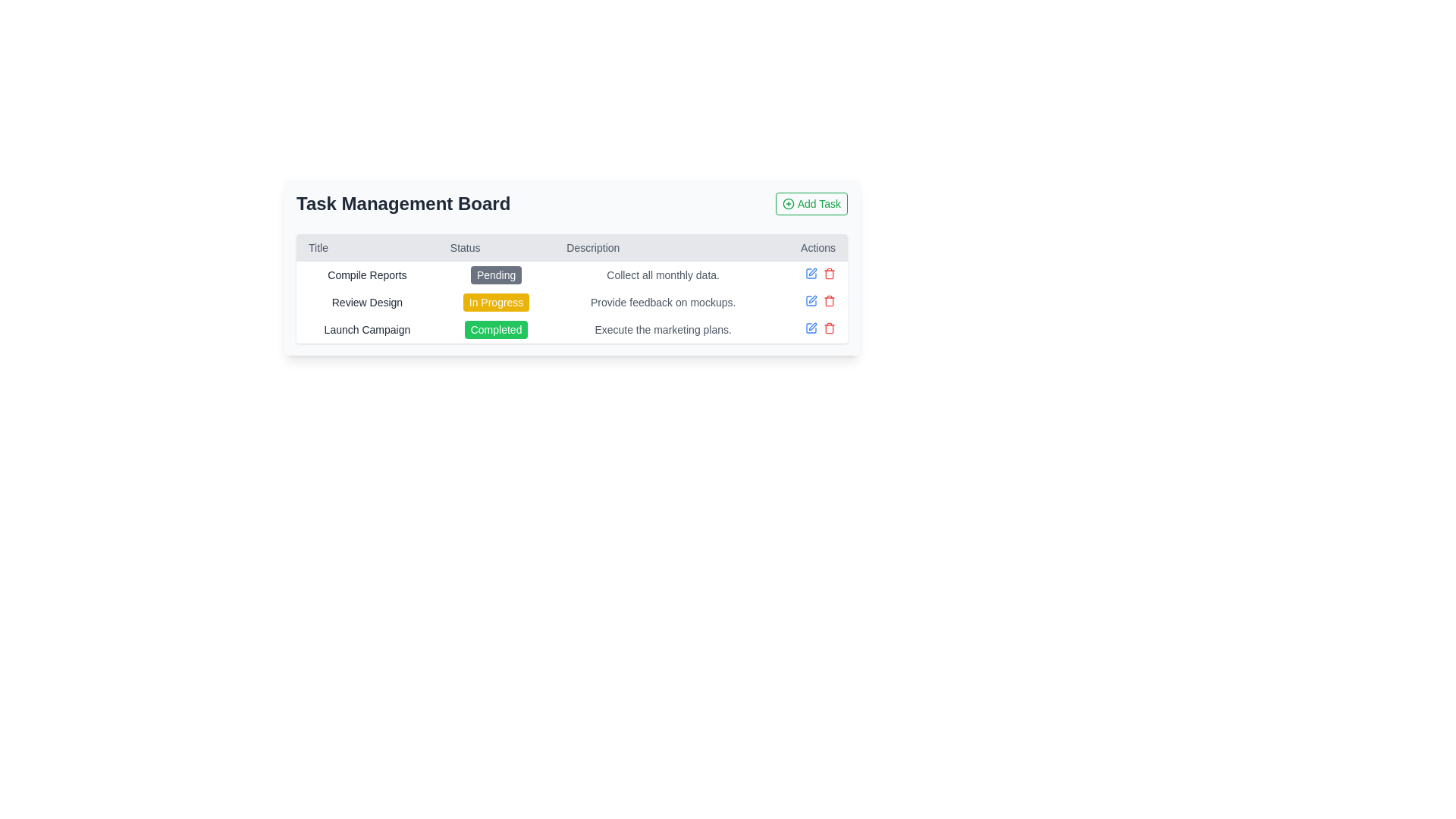 The width and height of the screenshot is (1456, 819). Describe the element at coordinates (811, 271) in the screenshot. I see `the small pen icon in the 'Actions' column of the task management board under the 'Review Design' row` at that location.